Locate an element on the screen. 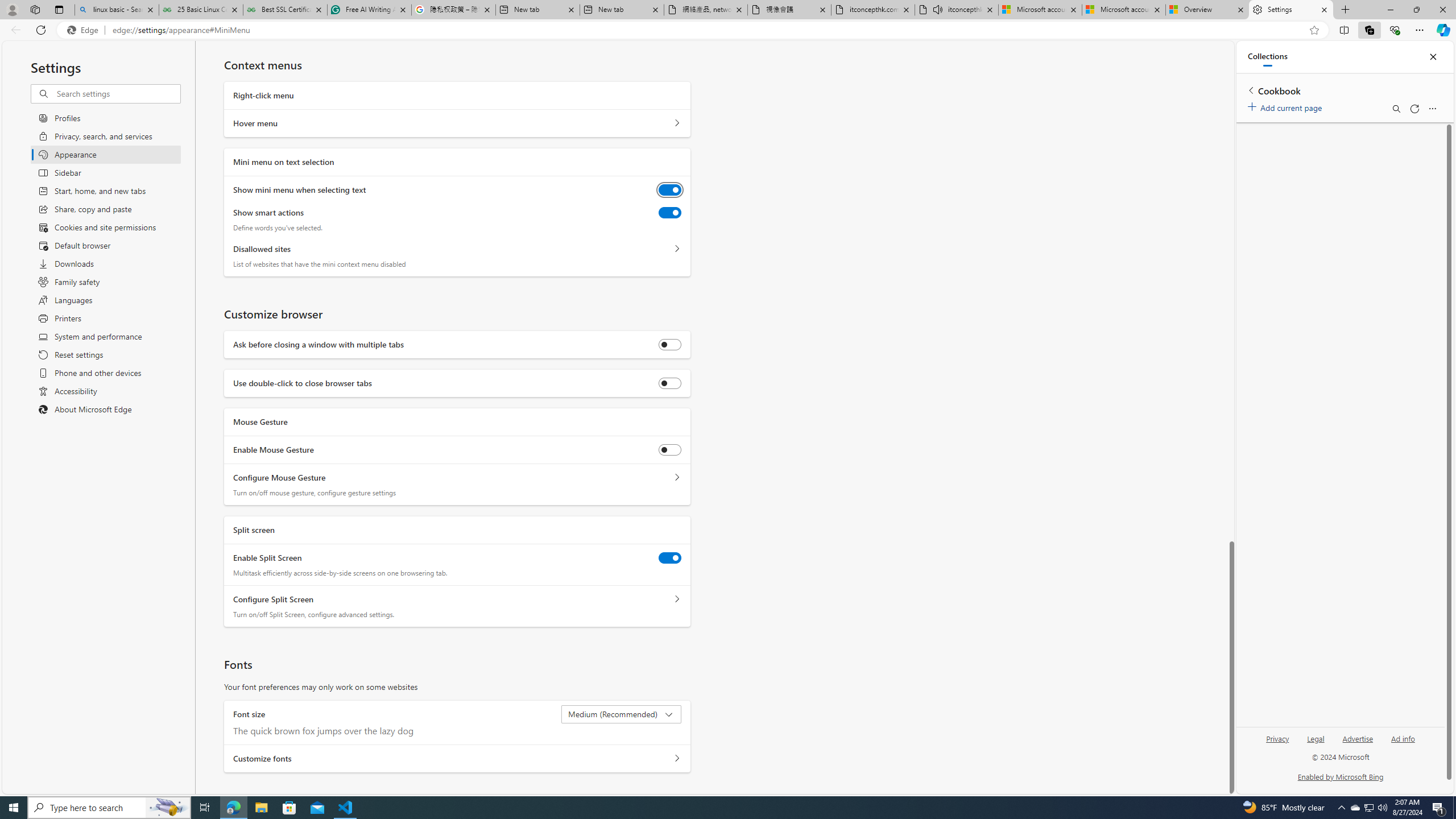 The height and width of the screenshot is (819, 1456). 'Edge' is located at coordinates (84, 30).